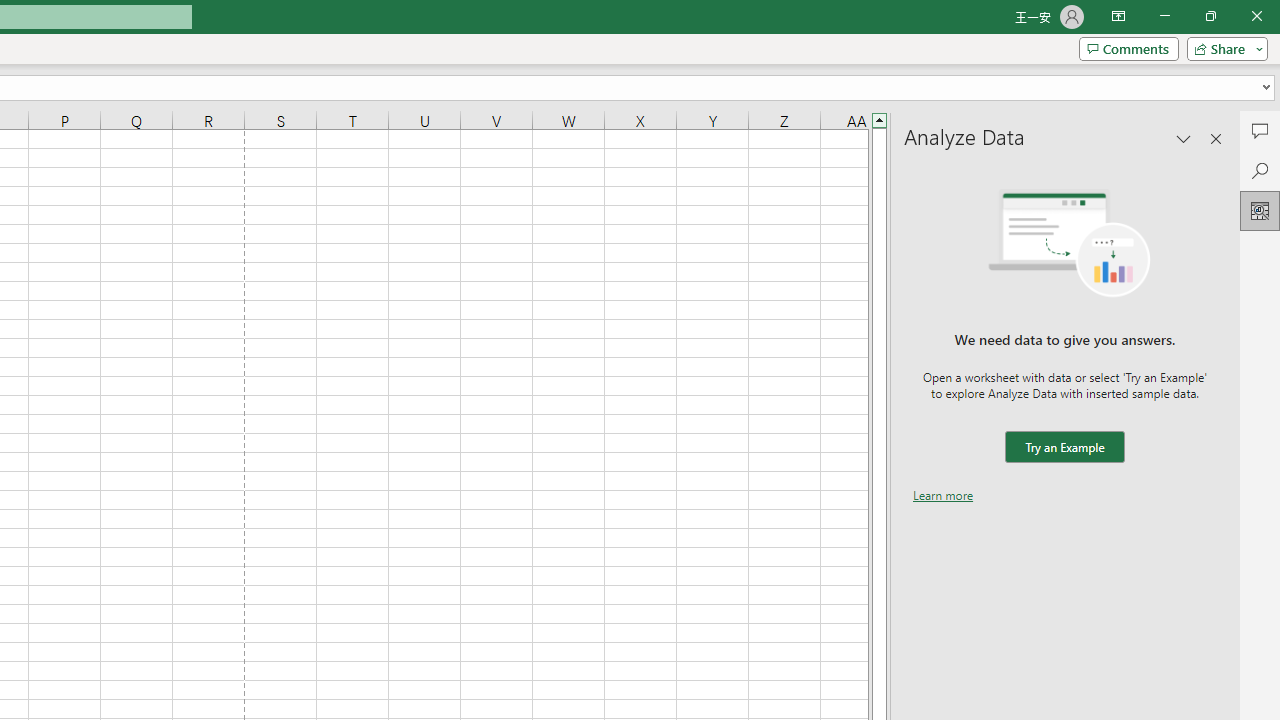 Image resolution: width=1280 pixels, height=720 pixels. Describe the element at coordinates (942, 495) in the screenshot. I see `'Learn more'` at that location.